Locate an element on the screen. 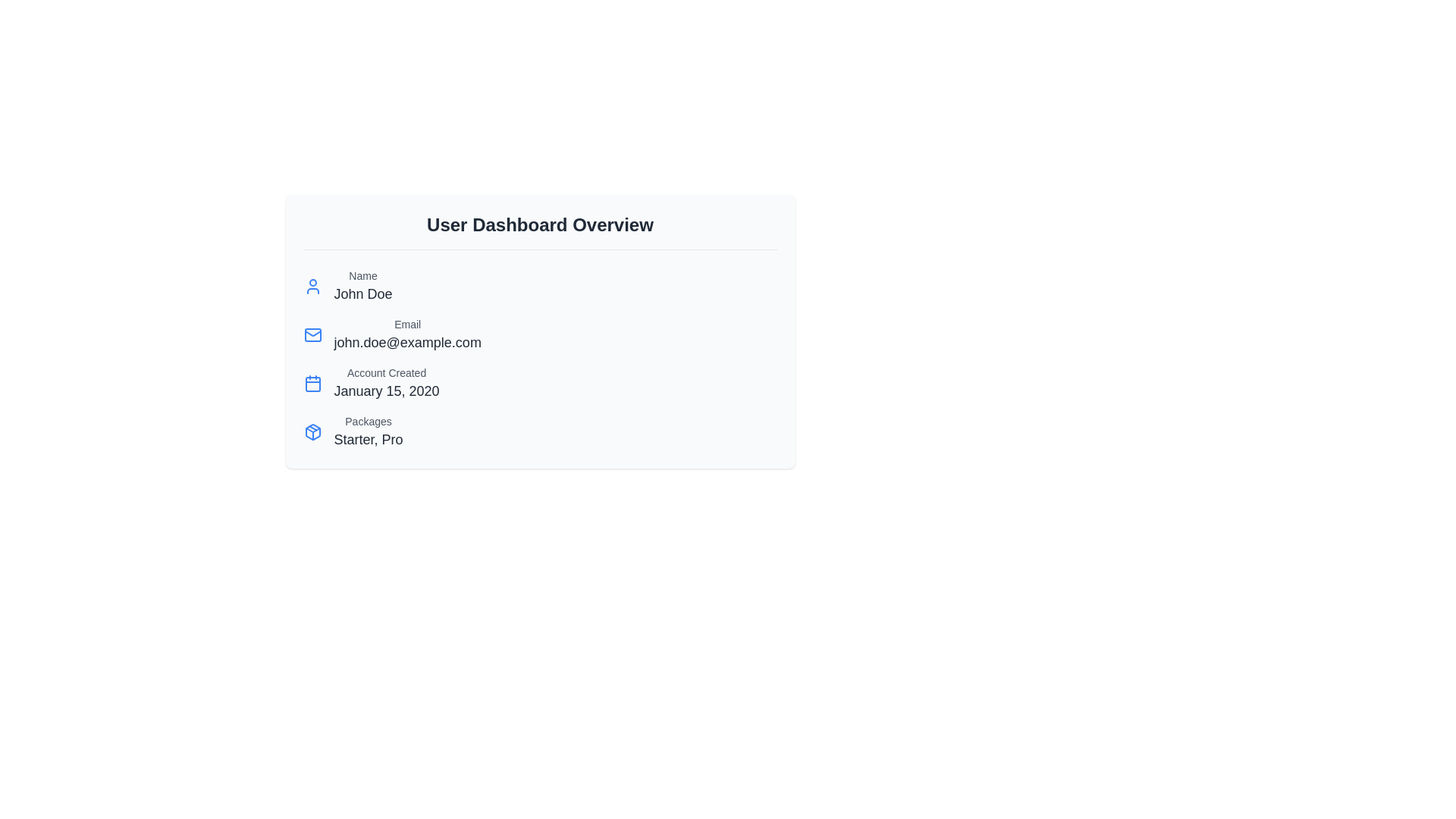 The height and width of the screenshot is (819, 1456). user's email address displayed in the Informational section located in the 'Email' section of the user dashboard, which is positioned below the 'Name' section and above the 'Account Created' section is located at coordinates (540, 334).